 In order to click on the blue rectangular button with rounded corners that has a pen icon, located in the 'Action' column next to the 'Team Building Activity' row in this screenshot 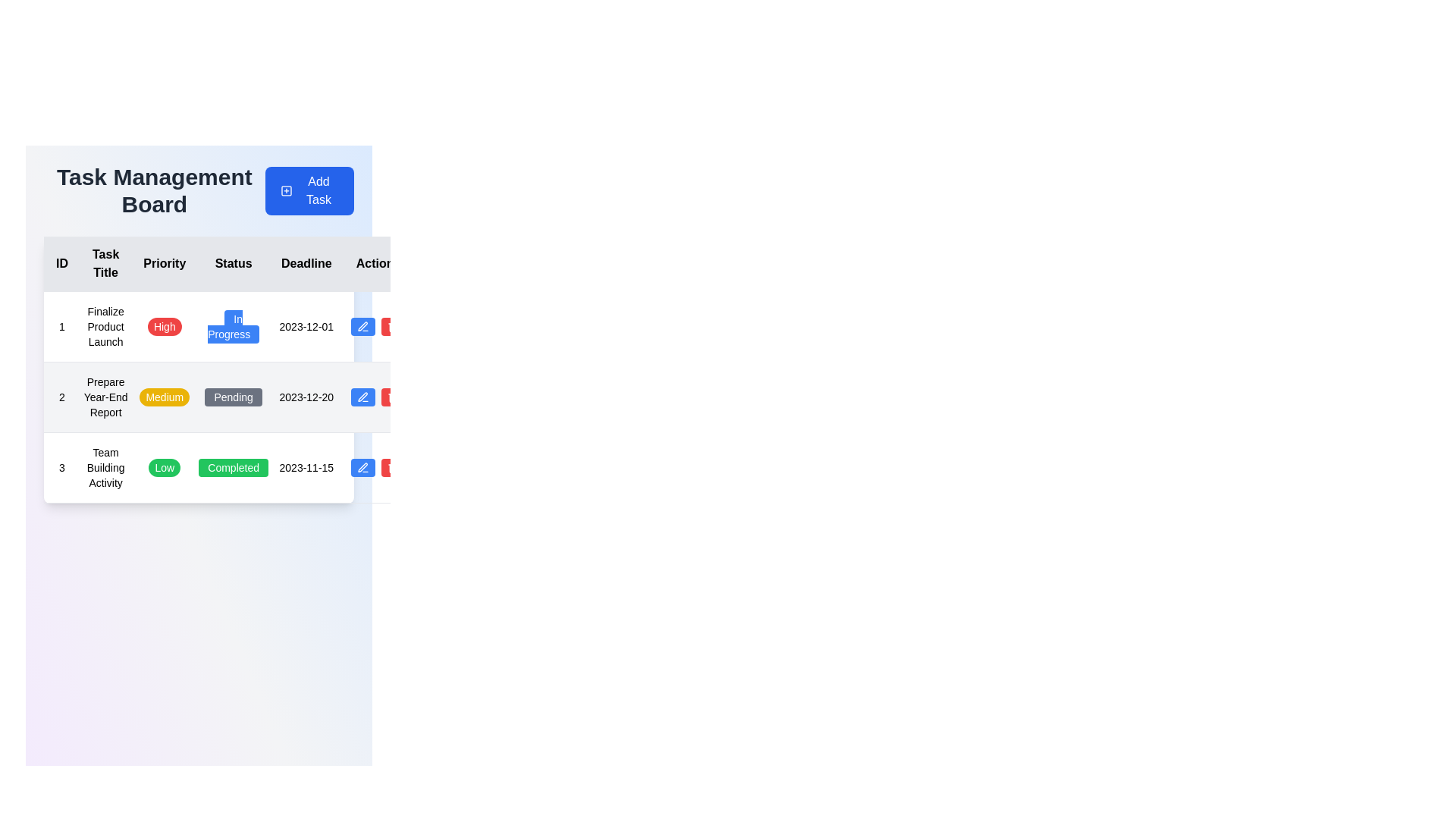, I will do `click(362, 467)`.